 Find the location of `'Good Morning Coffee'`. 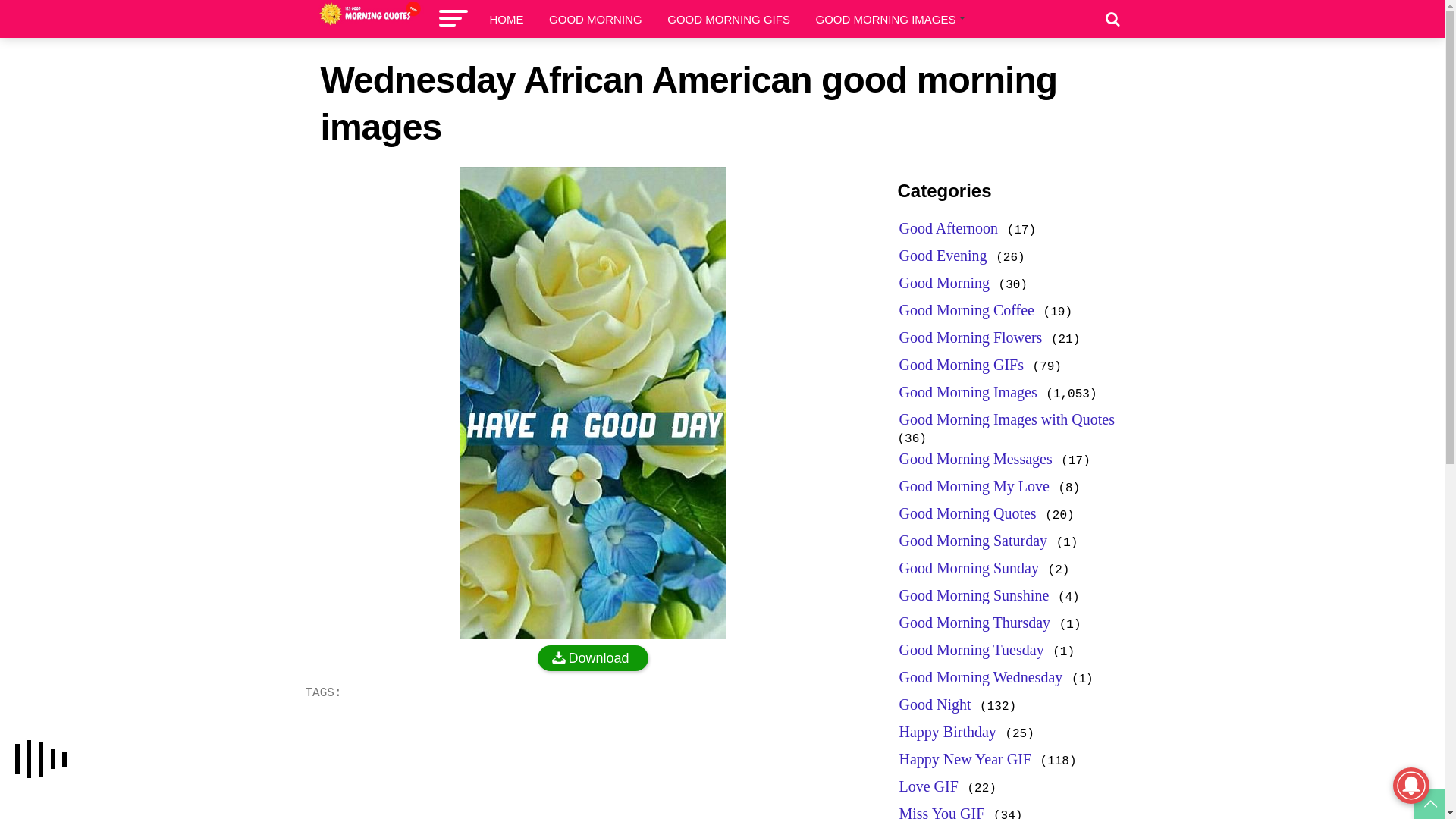

'Good Morning Coffee' is located at coordinates (966, 309).